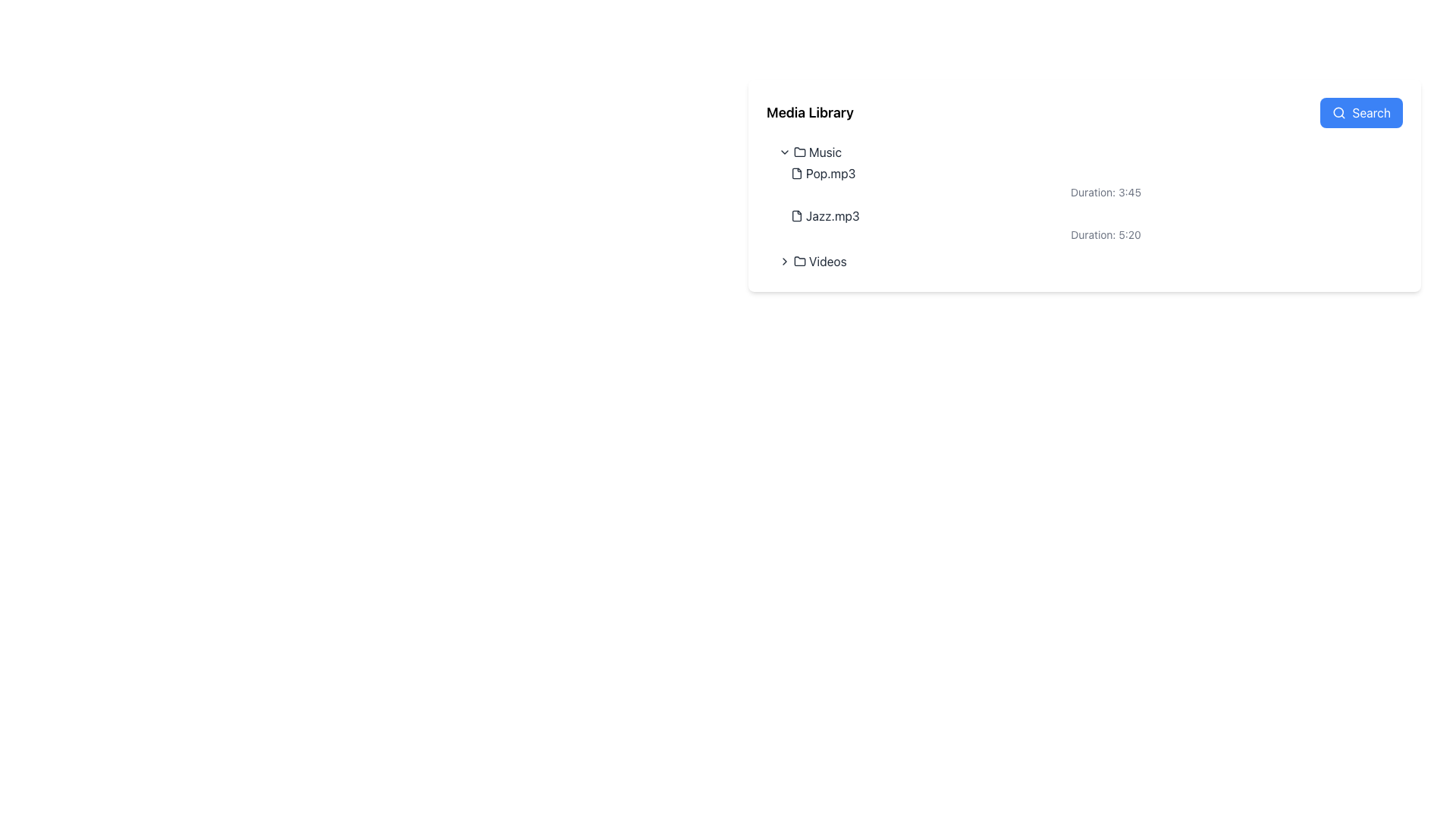 The height and width of the screenshot is (819, 1456). What do you see at coordinates (830, 172) in the screenshot?
I see `the text label representing the file 'Pop.mp3'` at bounding box center [830, 172].